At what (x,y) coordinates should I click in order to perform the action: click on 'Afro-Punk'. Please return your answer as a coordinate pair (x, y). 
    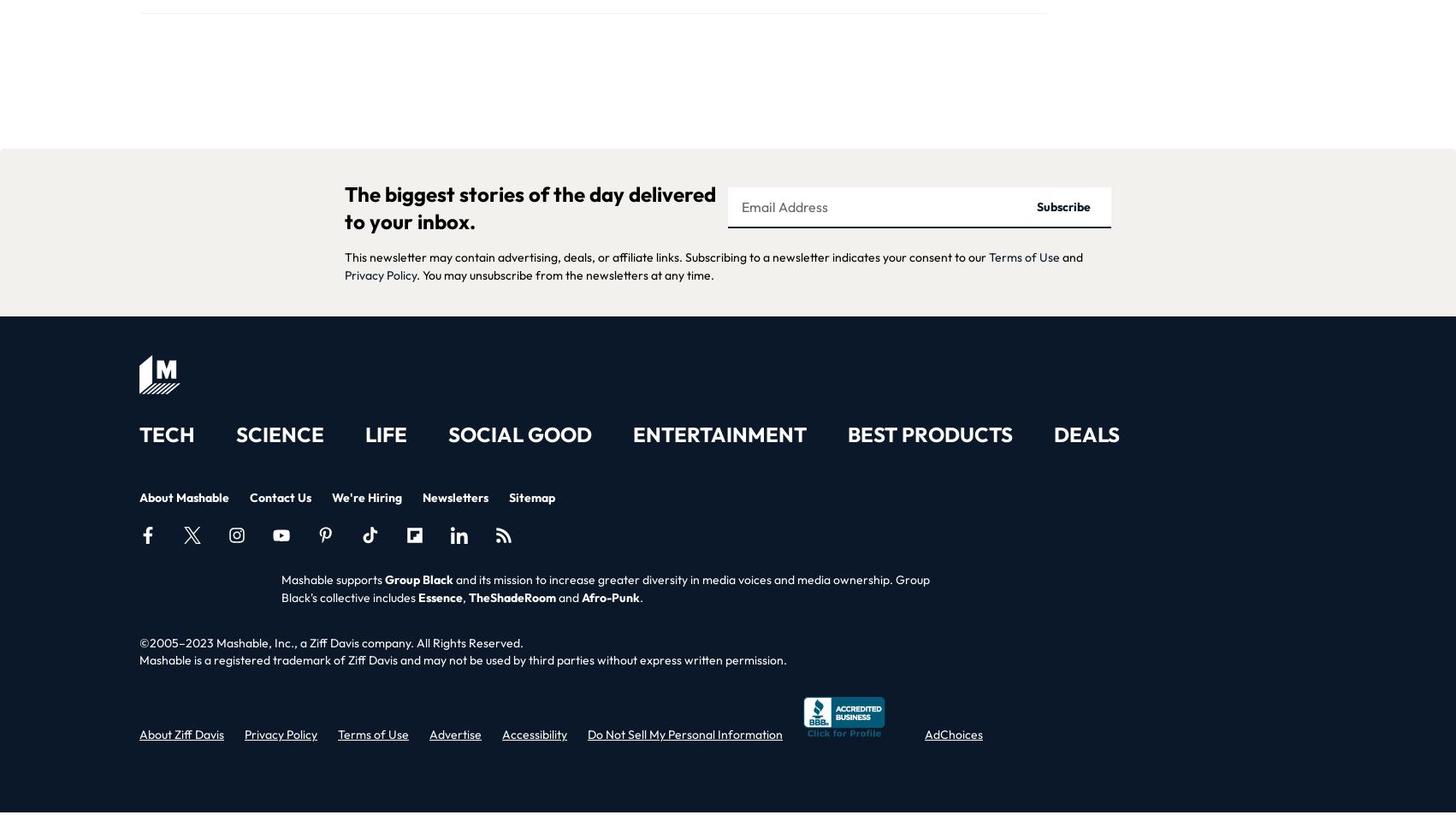
    Looking at the image, I should click on (609, 598).